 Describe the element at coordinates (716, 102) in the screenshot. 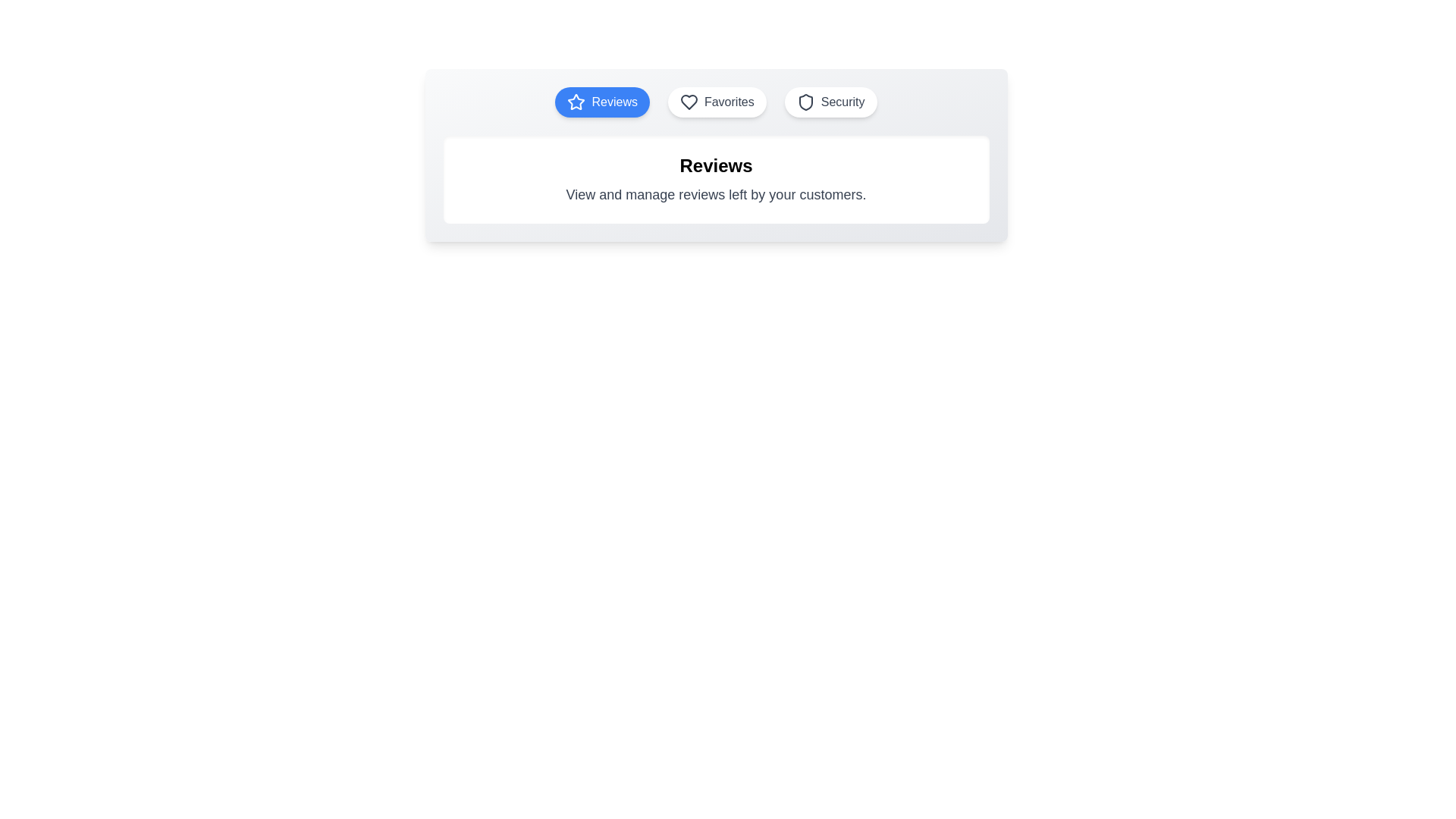

I see `the 'Favorites' tab to switch to its content` at that location.